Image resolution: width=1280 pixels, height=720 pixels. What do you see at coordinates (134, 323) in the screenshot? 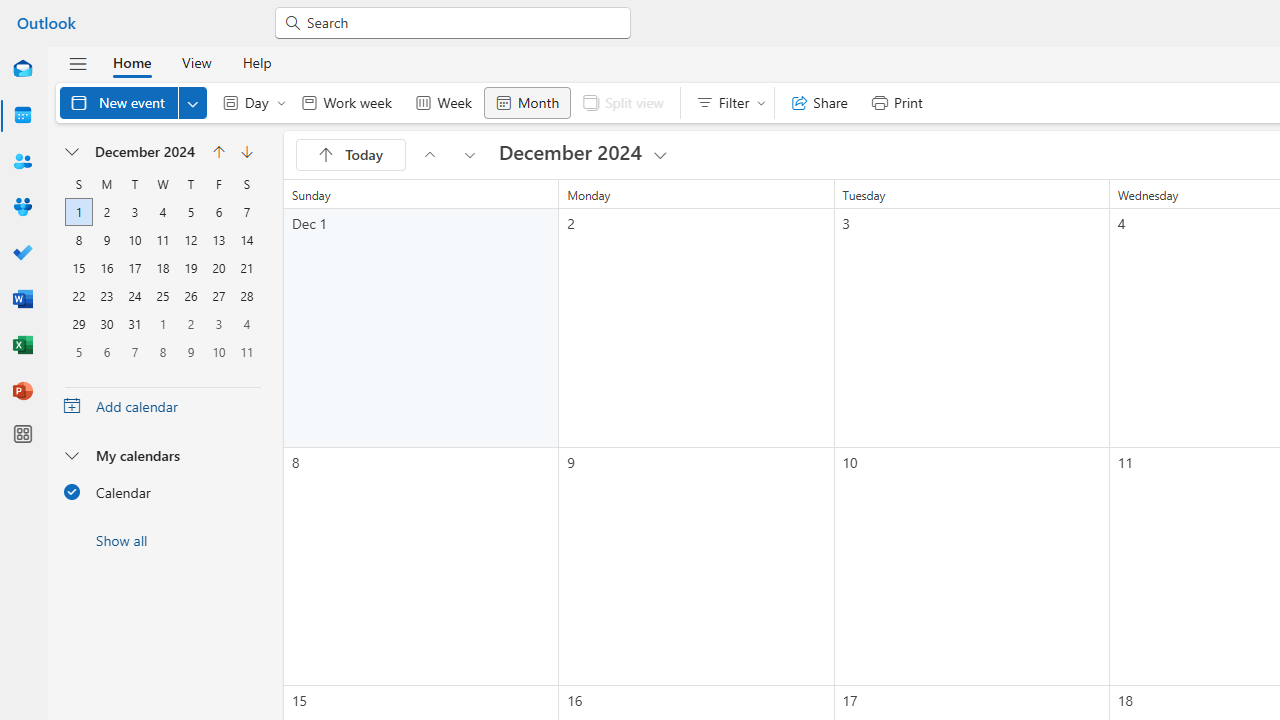
I see `'31, December, 2024'` at bounding box center [134, 323].